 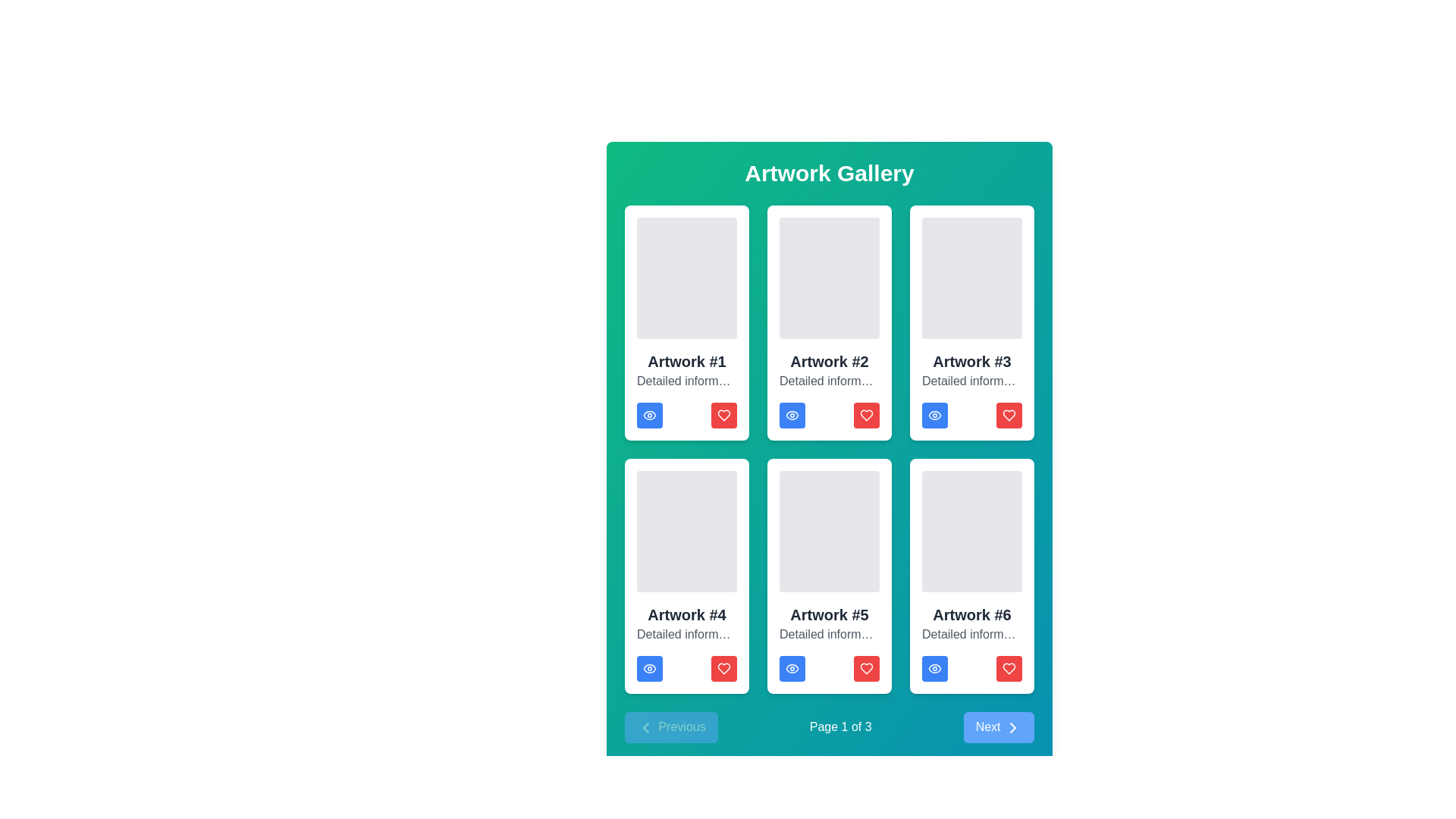 I want to click on the red rounded button with a white heart icon located in the bottom-right corner of the card labeled 'Artwork #5' to invoke the action, so click(x=866, y=668).